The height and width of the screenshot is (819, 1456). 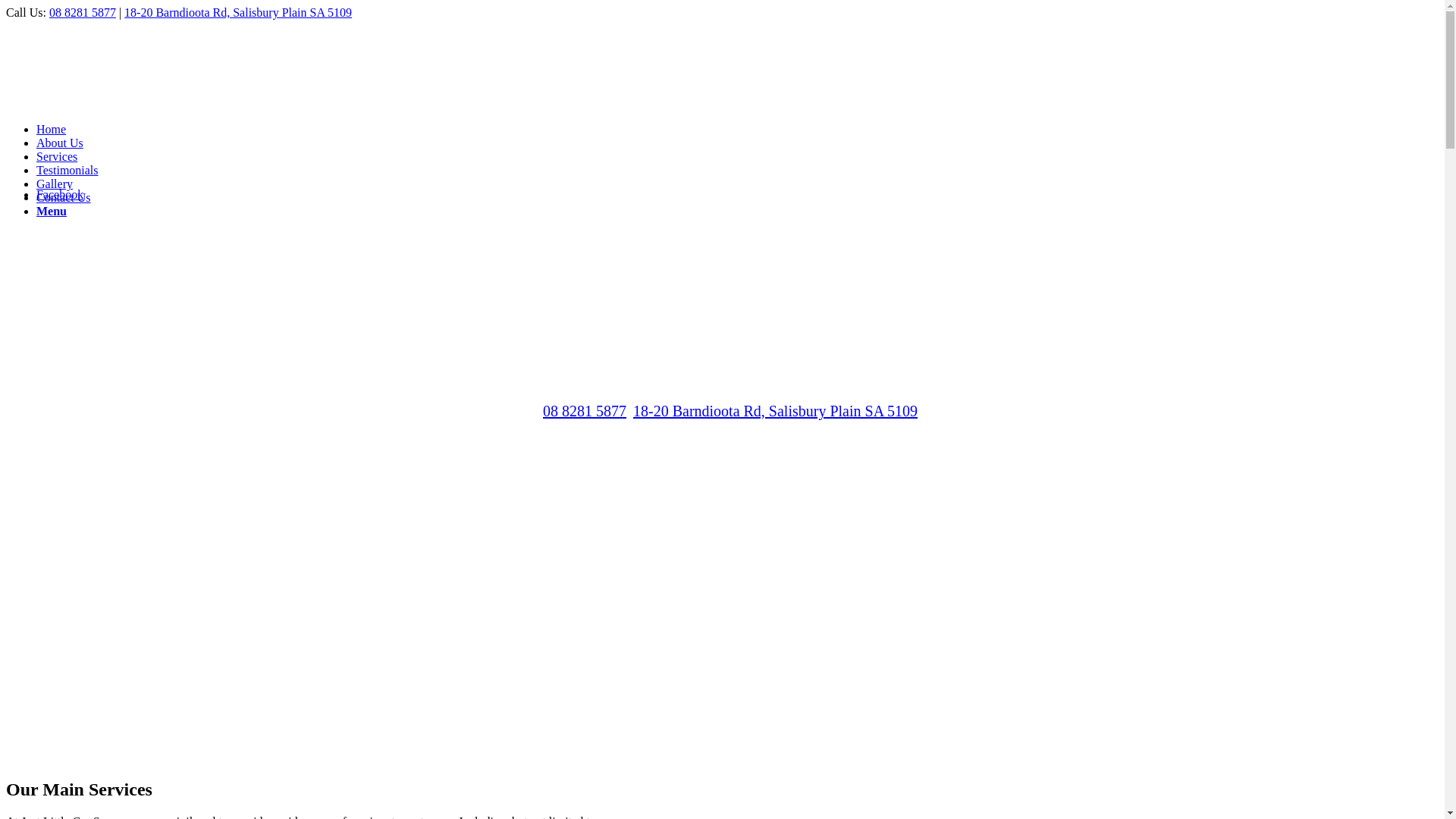 I want to click on 'Home', so click(x=36, y=128).